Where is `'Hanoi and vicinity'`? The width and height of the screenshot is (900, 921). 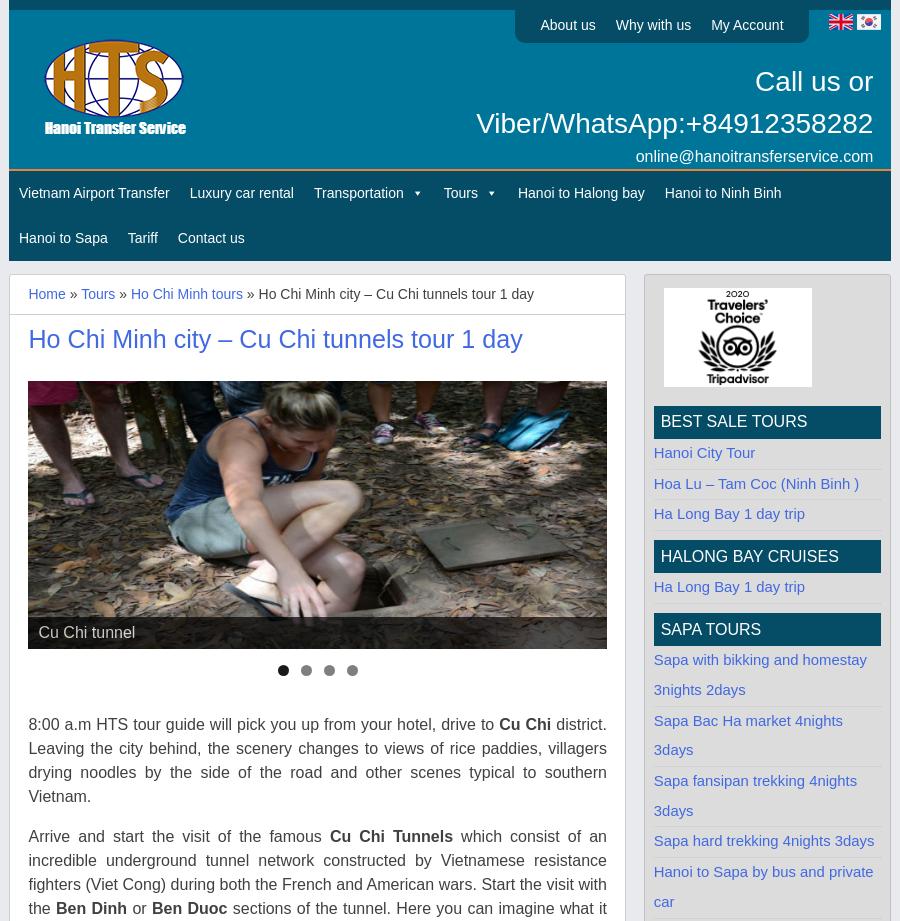 'Hanoi and vicinity' is located at coordinates (717, 234).